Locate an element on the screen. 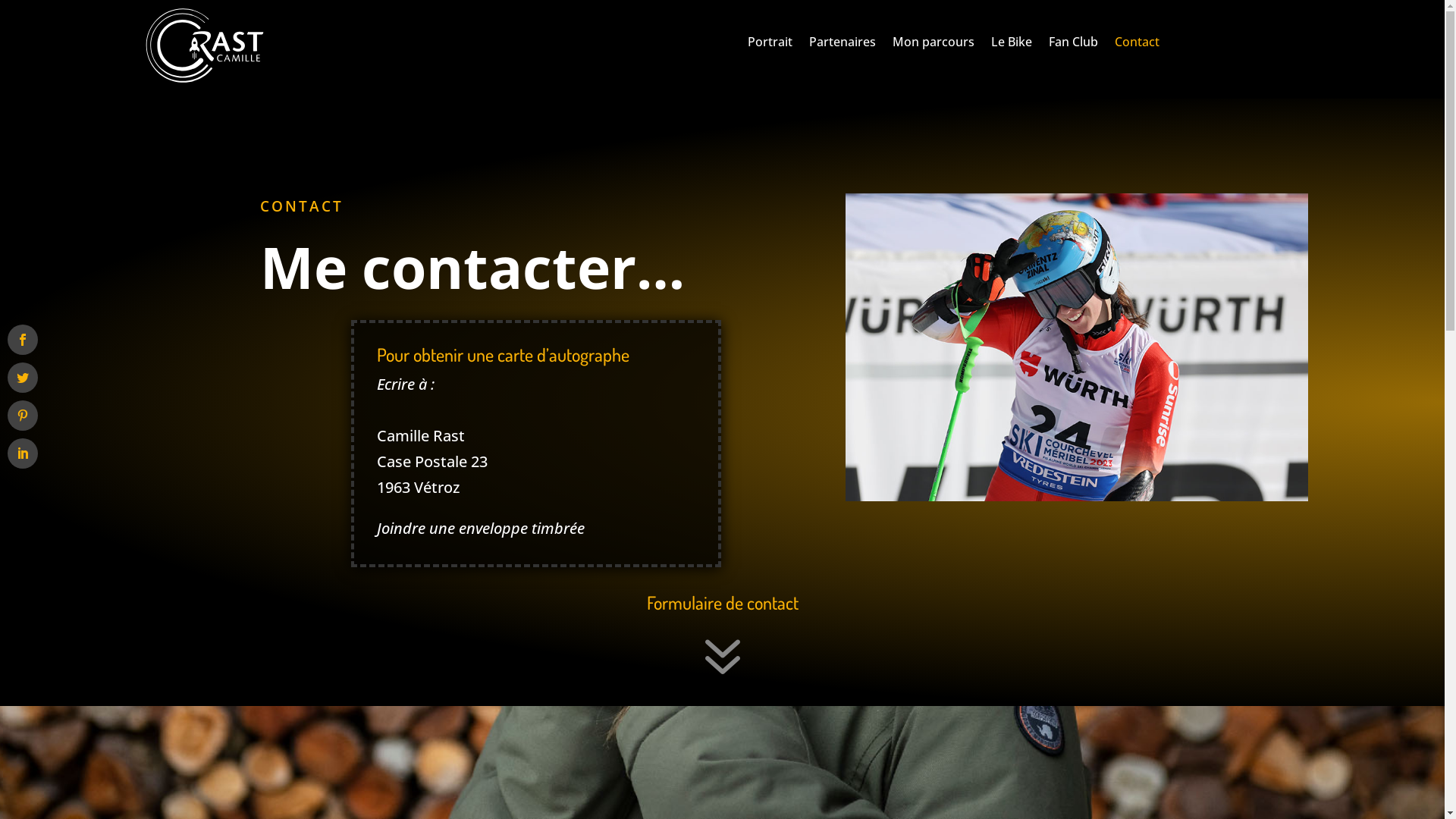 This screenshot has width=1456, height=819. 'Camille Rast - meribel 2023-contact' is located at coordinates (1075, 347).